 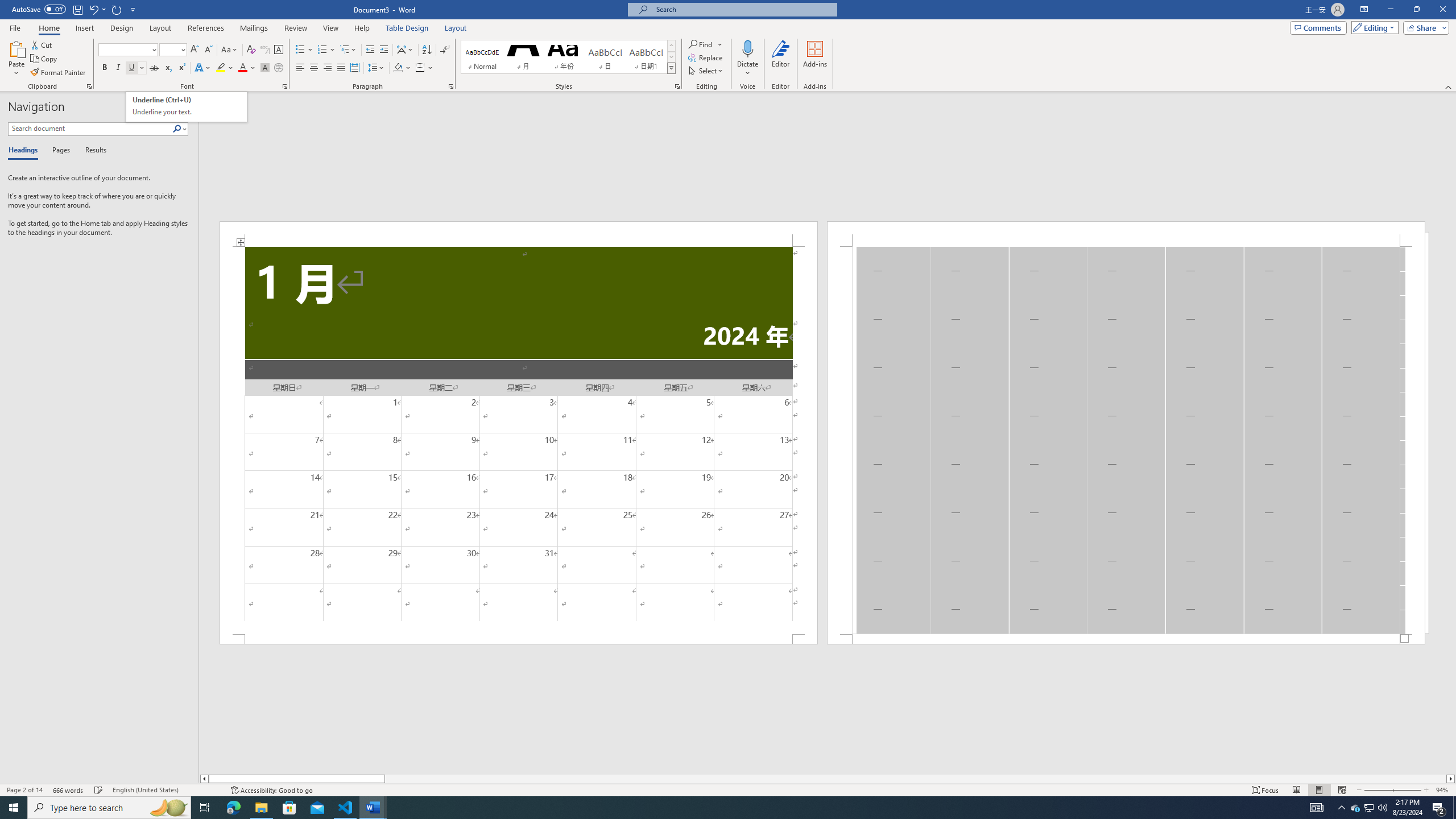 What do you see at coordinates (42, 44) in the screenshot?
I see `'Cut'` at bounding box center [42, 44].